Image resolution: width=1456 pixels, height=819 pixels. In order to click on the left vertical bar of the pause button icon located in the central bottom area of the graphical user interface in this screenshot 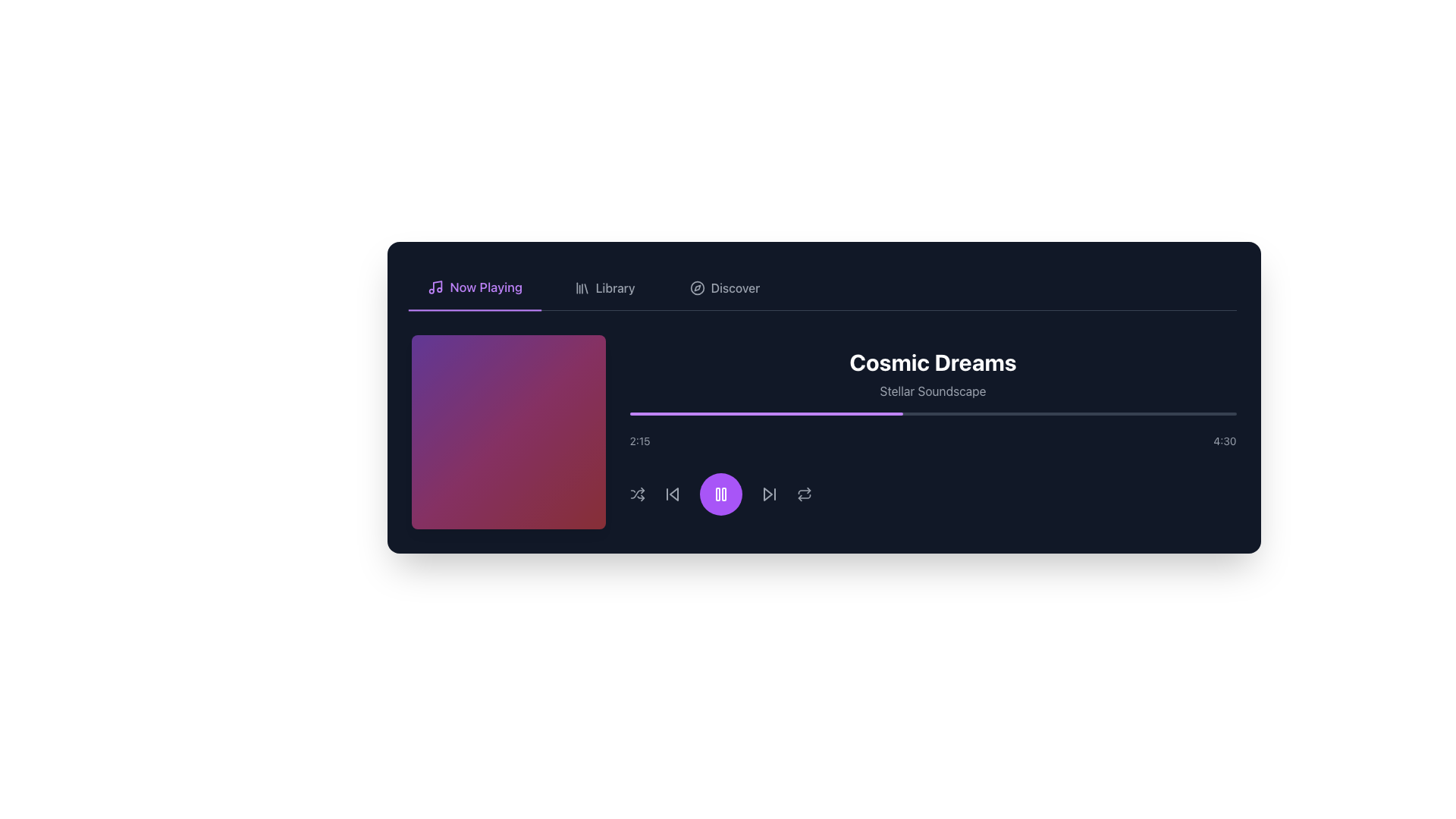, I will do `click(717, 494)`.